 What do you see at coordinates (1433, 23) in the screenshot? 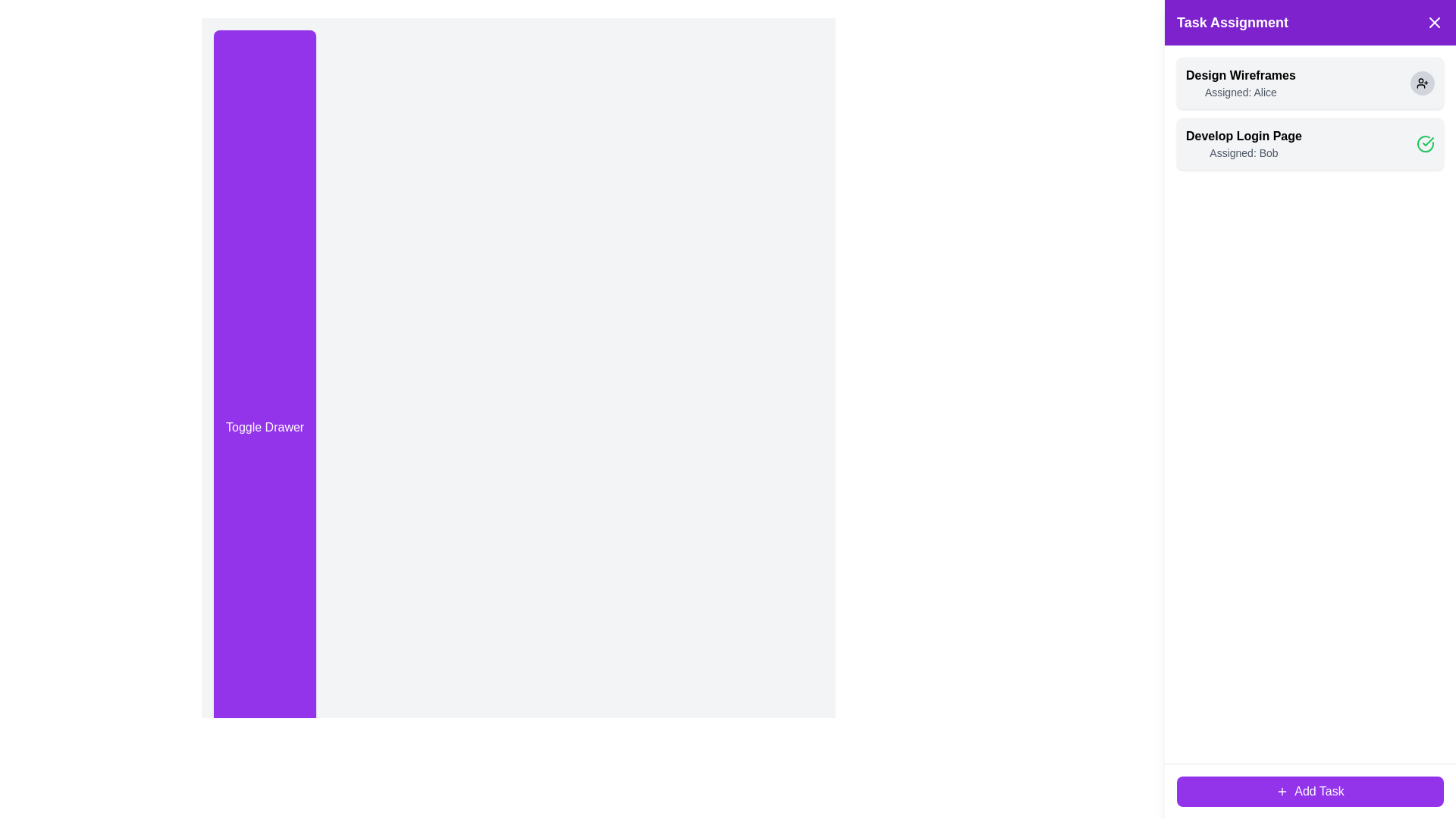
I see `the diagonal cross mark button located in the top-right corner of the 'Task Assignment' panel` at bounding box center [1433, 23].